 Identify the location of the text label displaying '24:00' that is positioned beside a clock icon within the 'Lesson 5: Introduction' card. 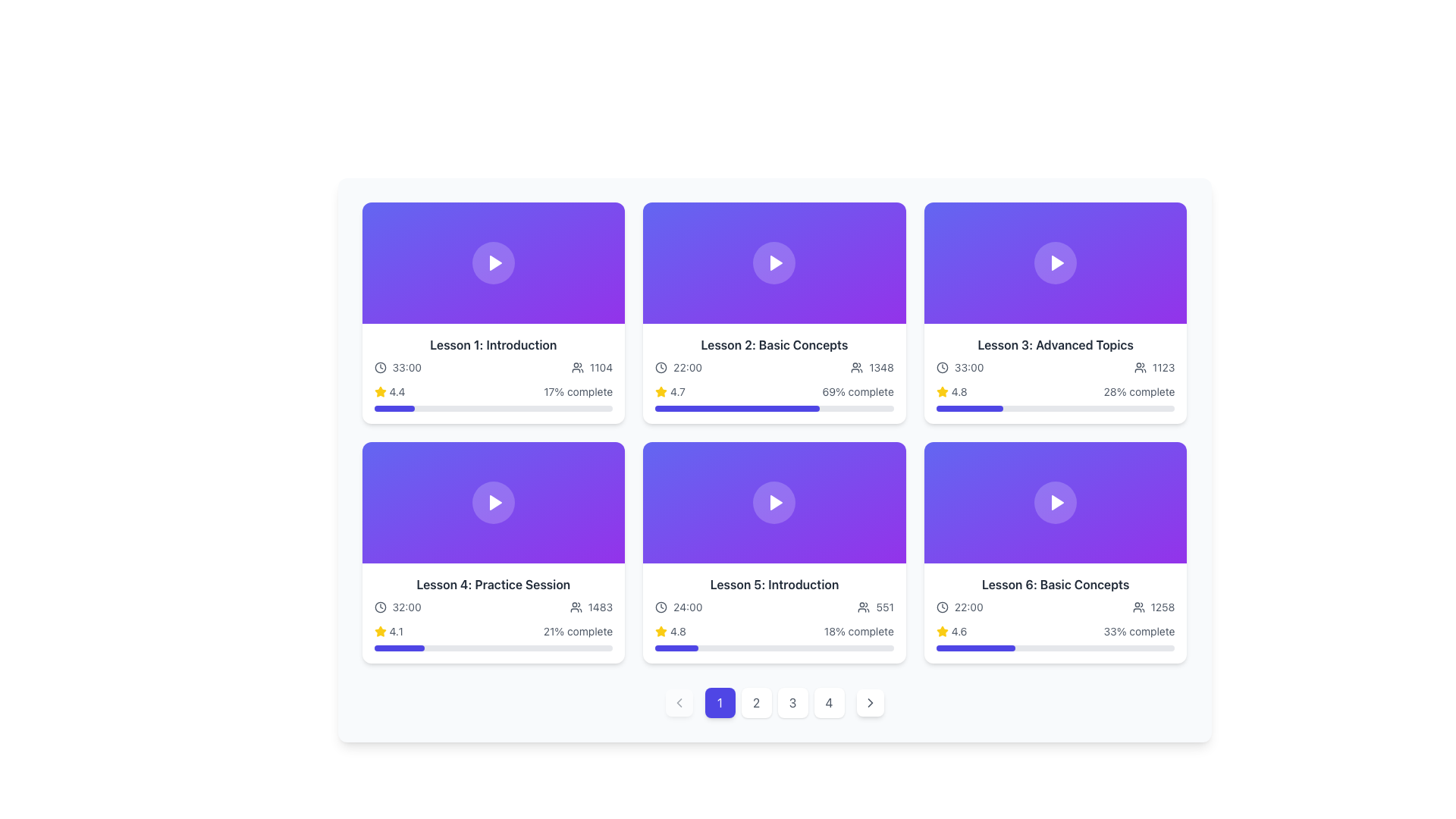
(687, 607).